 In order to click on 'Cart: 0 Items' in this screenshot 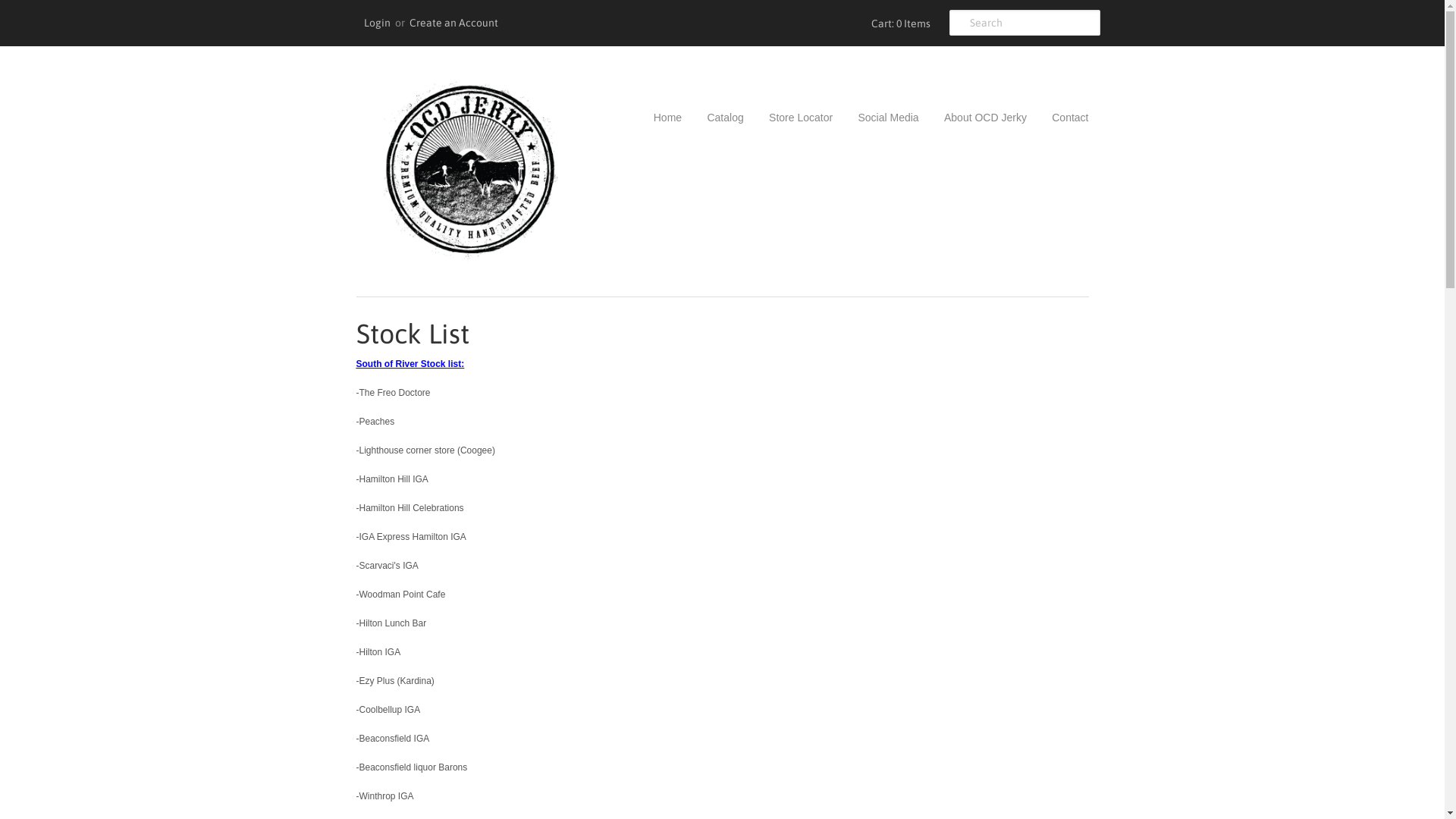, I will do `click(898, 23)`.